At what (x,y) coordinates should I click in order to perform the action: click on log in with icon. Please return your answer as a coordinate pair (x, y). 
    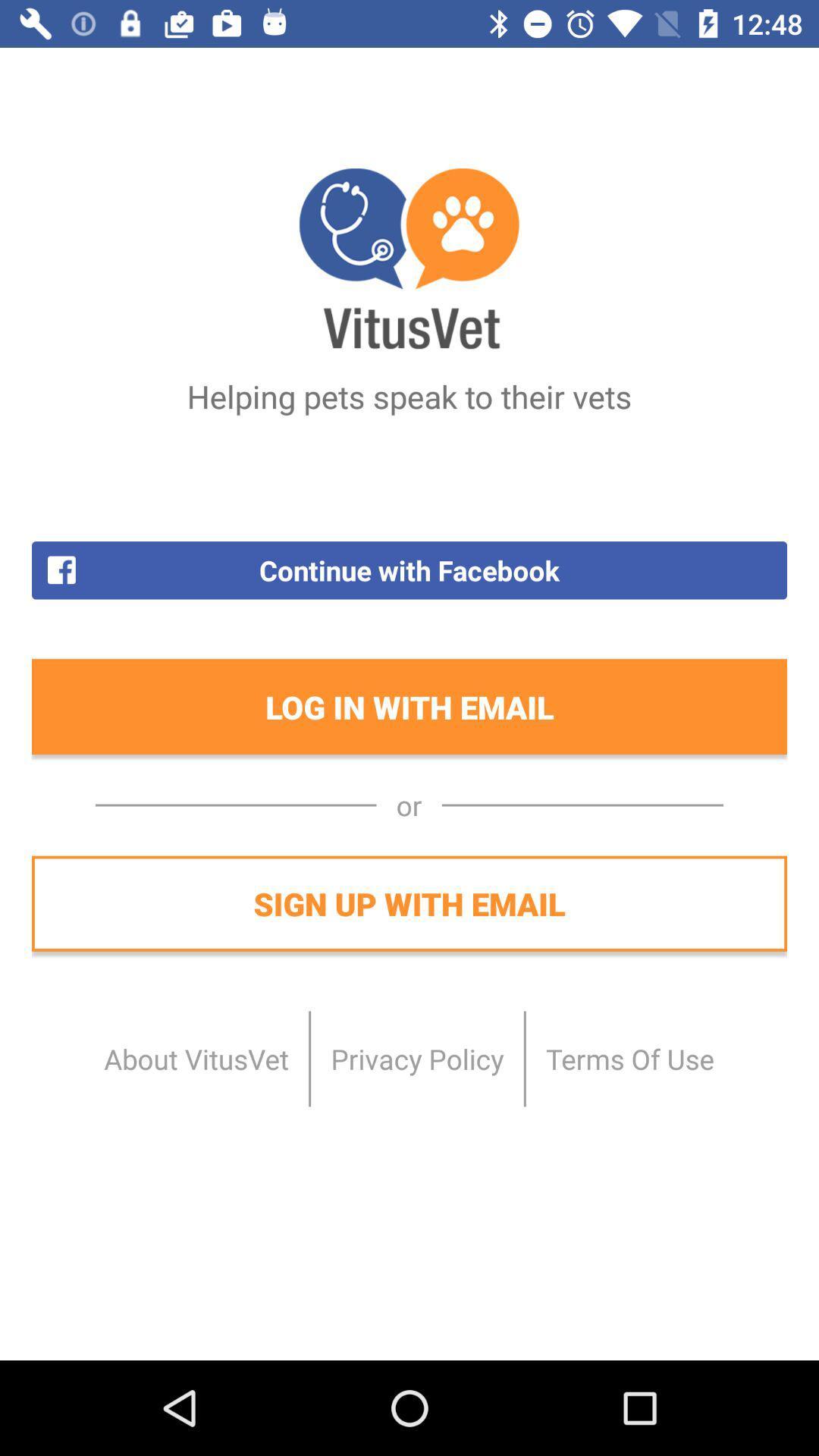
    Looking at the image, I should click on (409, 706).